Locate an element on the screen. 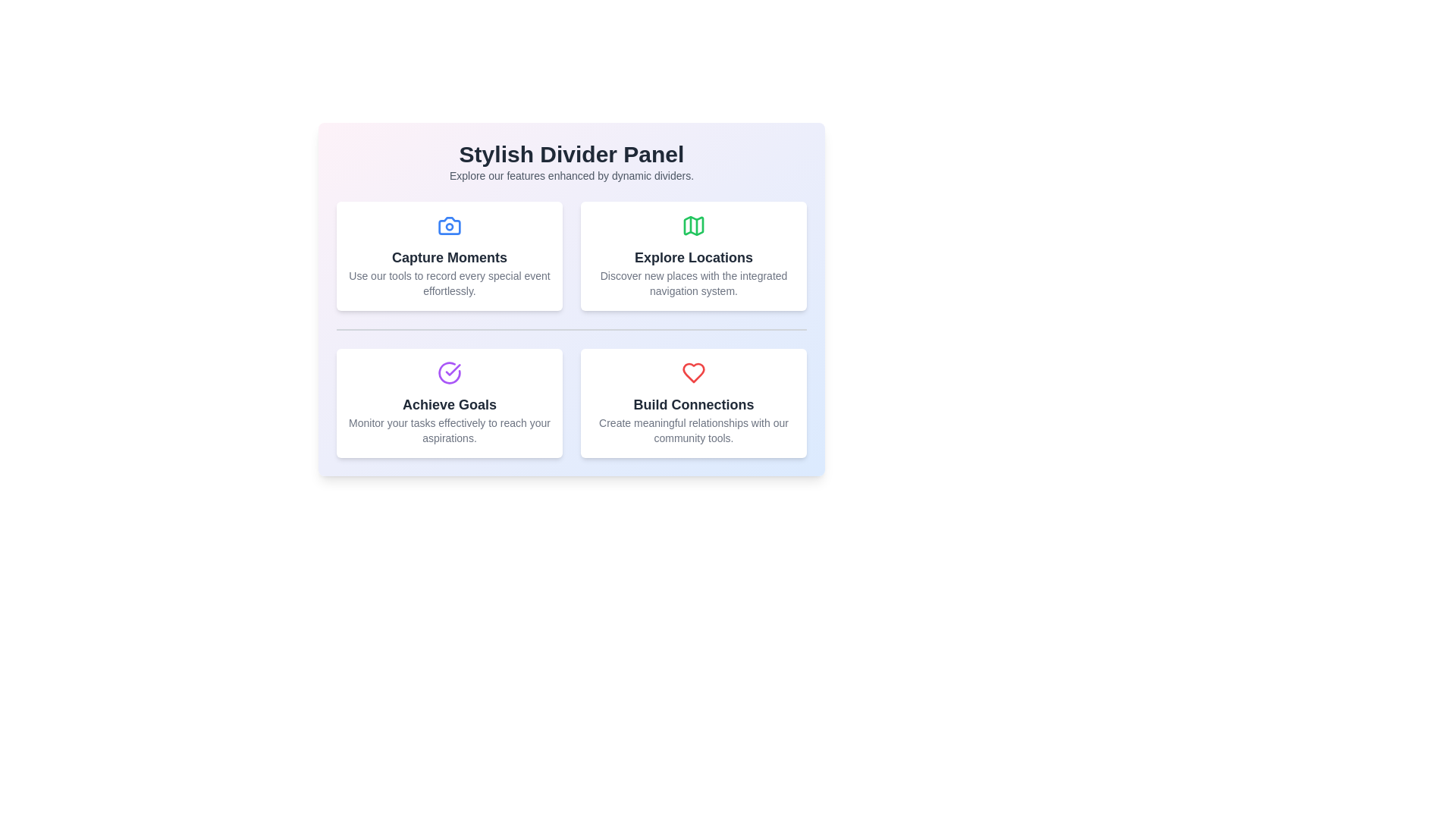 This screenshot has width=1456, height=819. the text label displaying 'Build Connections' in the bottom-right card of the grid layout for reading is located at coordinates (693, 403).